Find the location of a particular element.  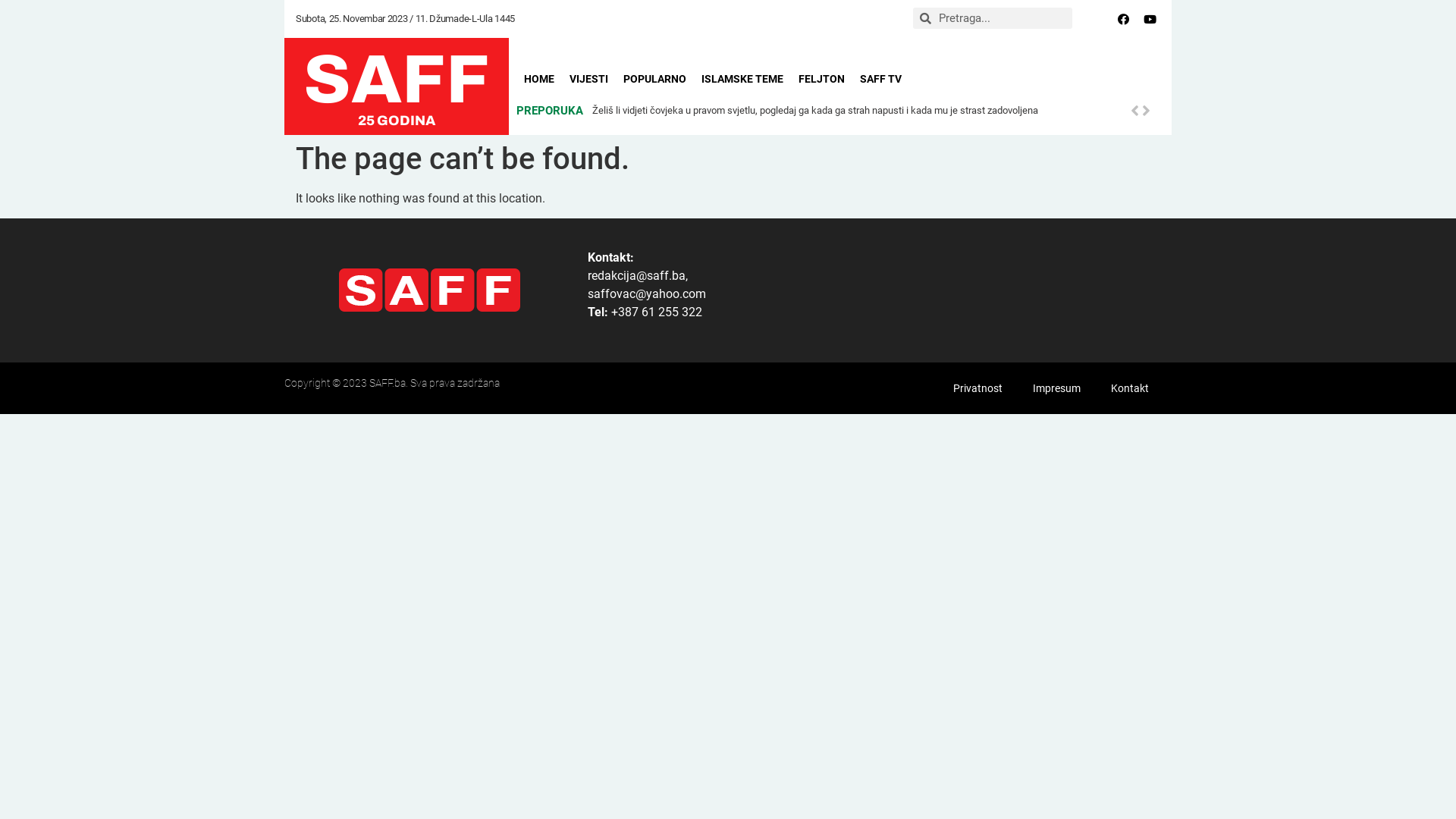

'Privatnost' is located at coordinates (977, 388).